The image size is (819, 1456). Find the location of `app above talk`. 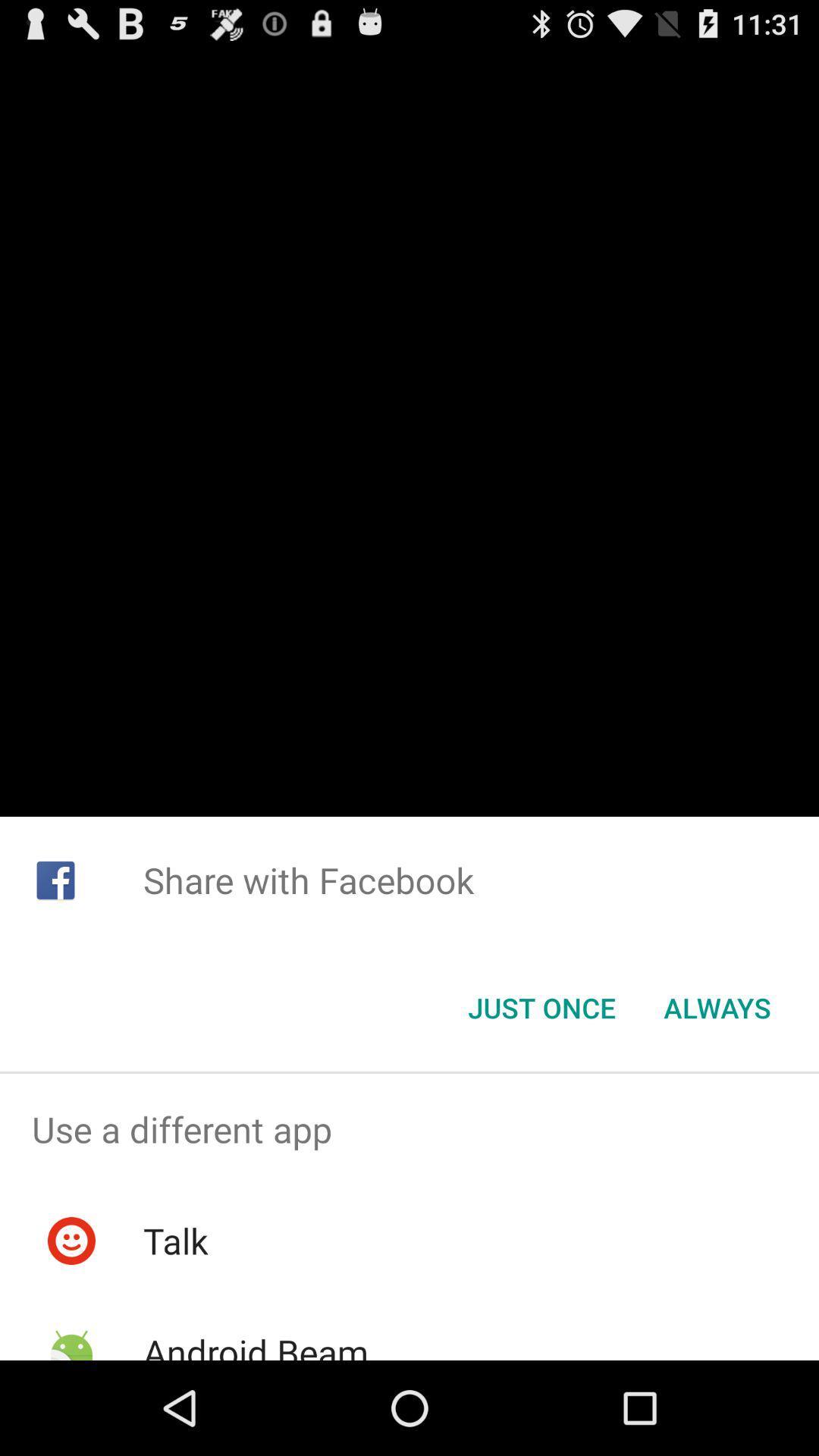

app above talk is located at coordinates (409, 1129).